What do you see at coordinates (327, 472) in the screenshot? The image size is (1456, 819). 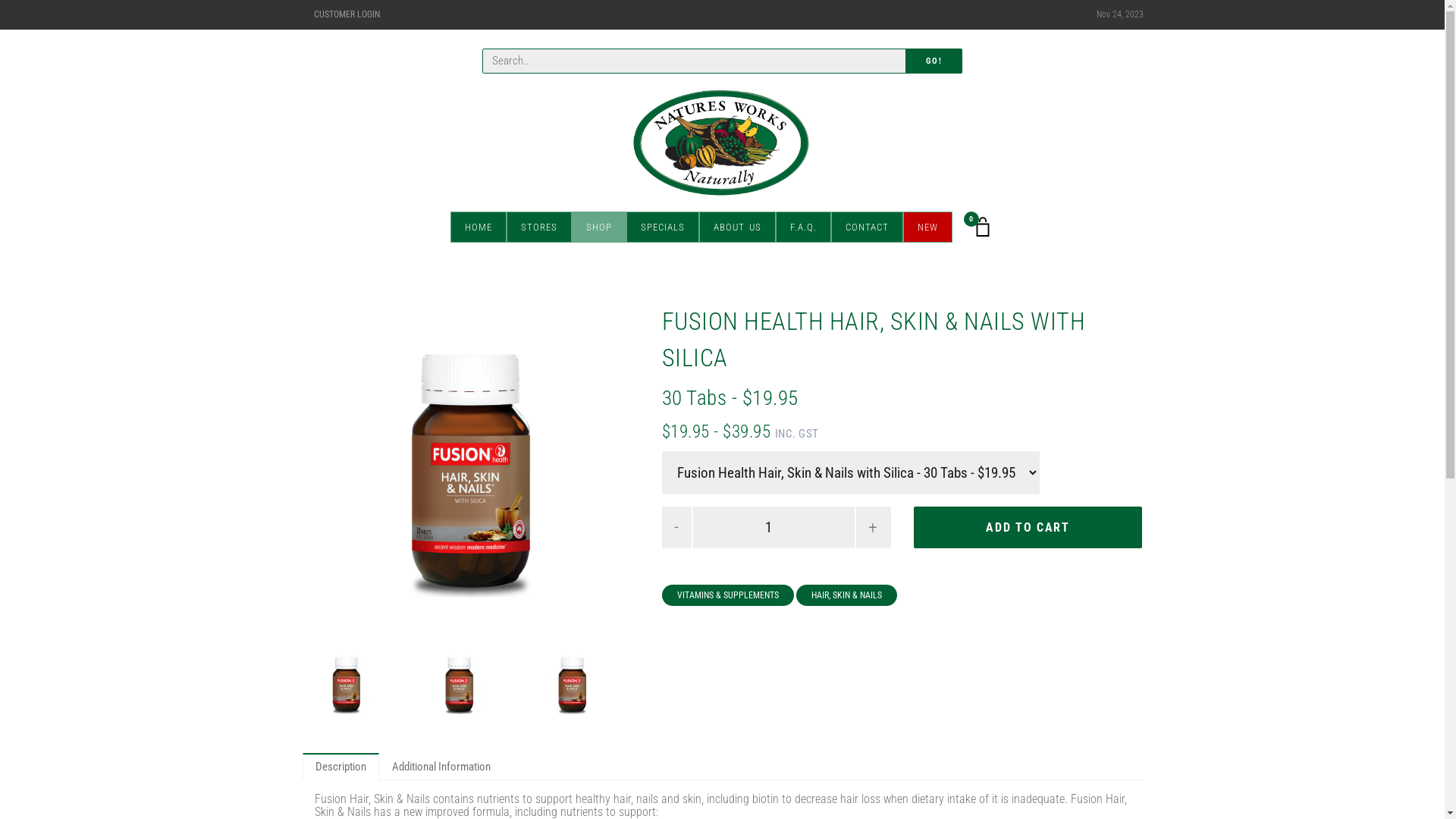 I see `'Previous'` at bounding box center [327, 472].